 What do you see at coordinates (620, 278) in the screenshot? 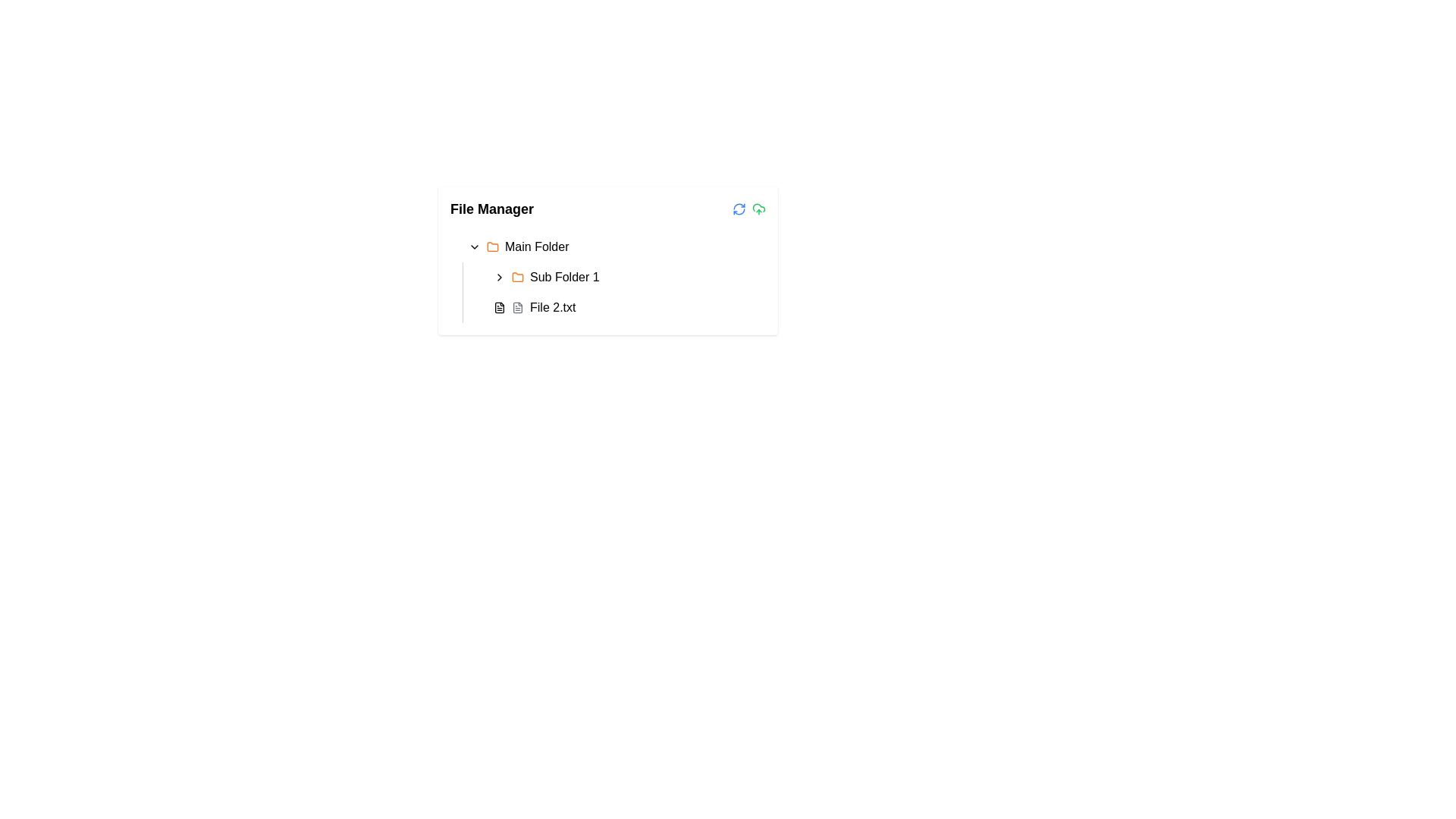
I see `the folder item labeled 'Sub Folder 1' in the file manager interface` at bounding box center [620, 278].